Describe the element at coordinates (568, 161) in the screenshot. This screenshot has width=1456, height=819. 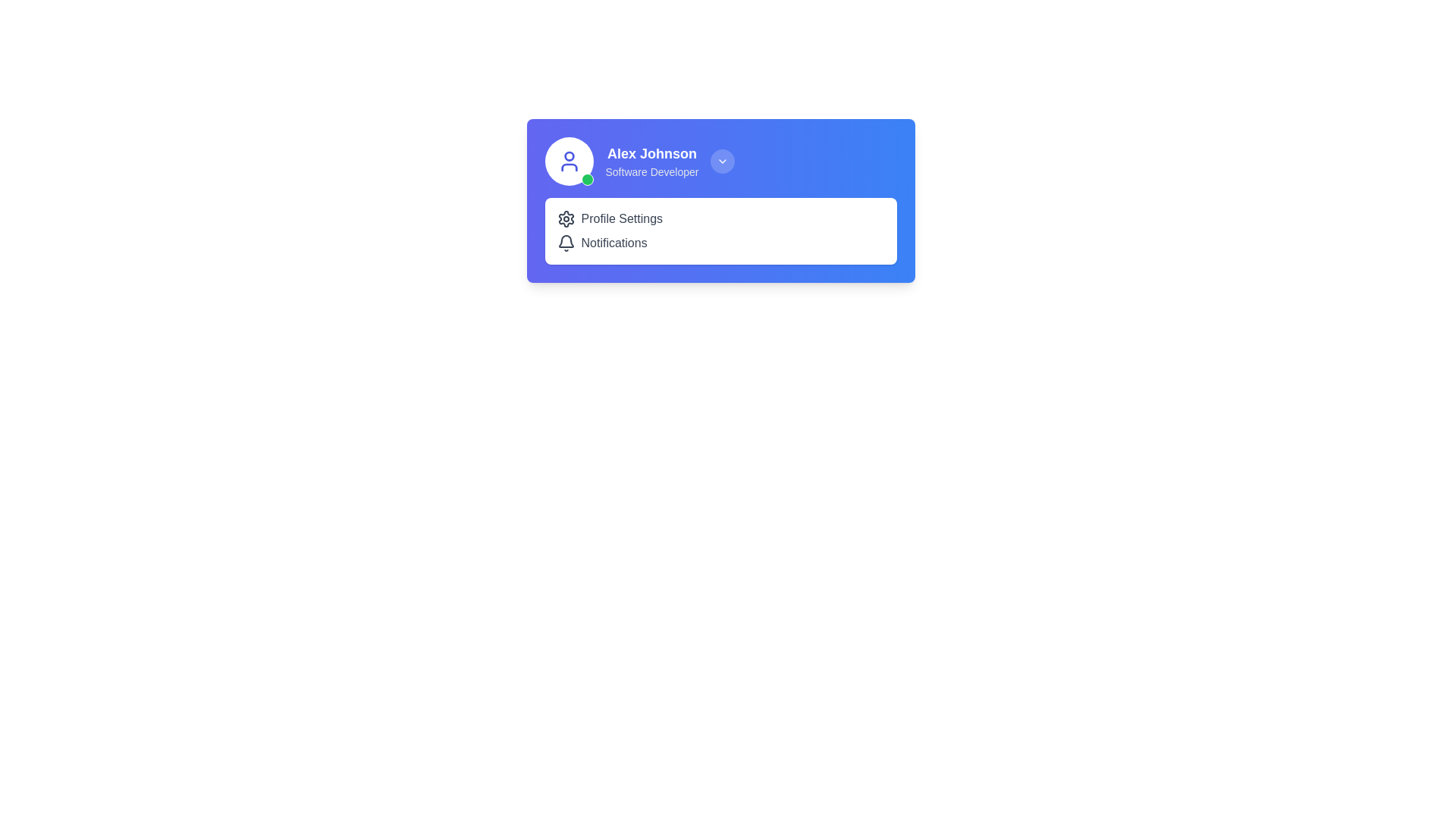
I see `the user avatar with a green status indicator for additional options, located` at that location.